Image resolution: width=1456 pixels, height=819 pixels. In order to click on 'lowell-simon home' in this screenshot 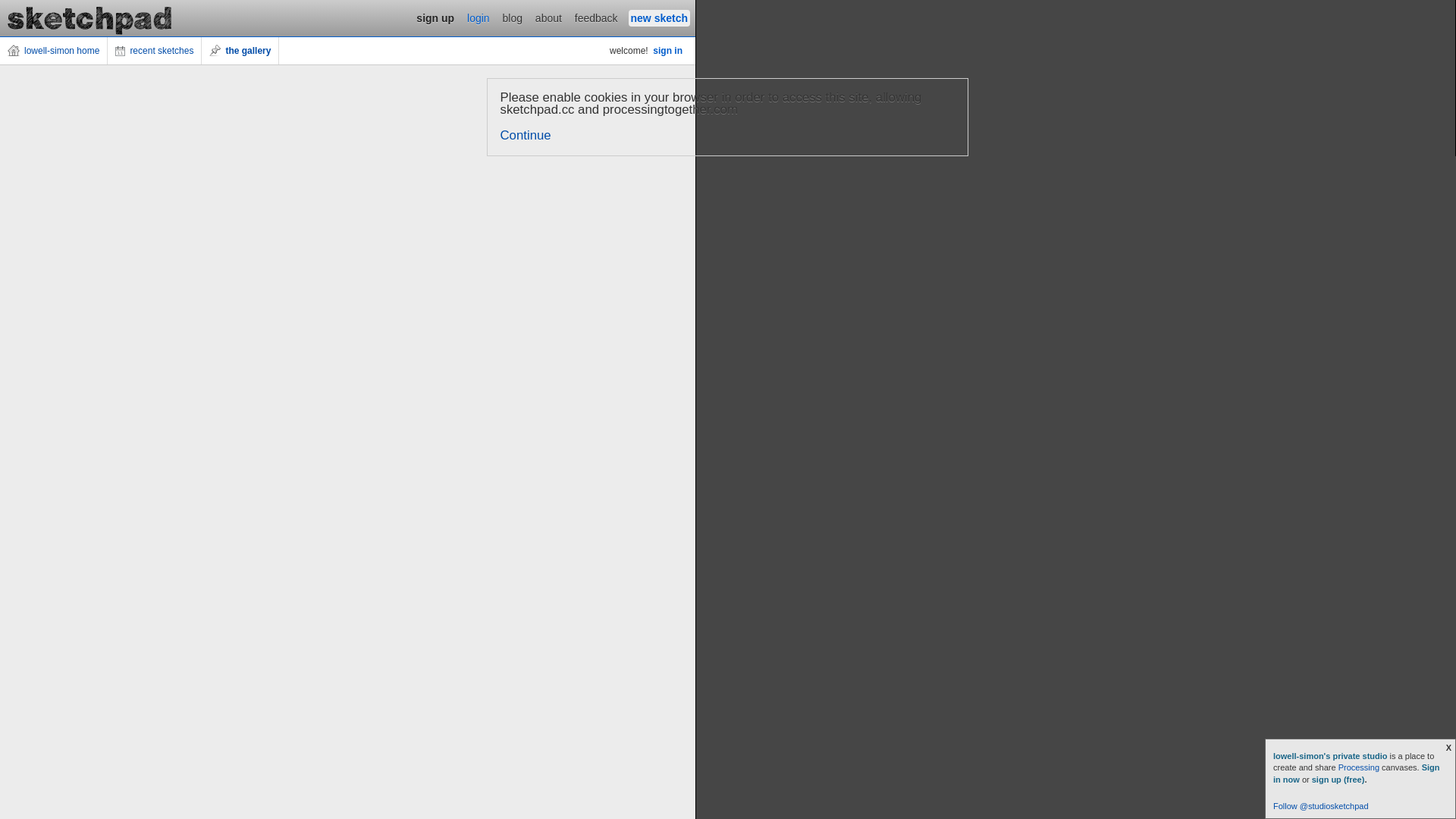, I will do `click(54, 49)`.